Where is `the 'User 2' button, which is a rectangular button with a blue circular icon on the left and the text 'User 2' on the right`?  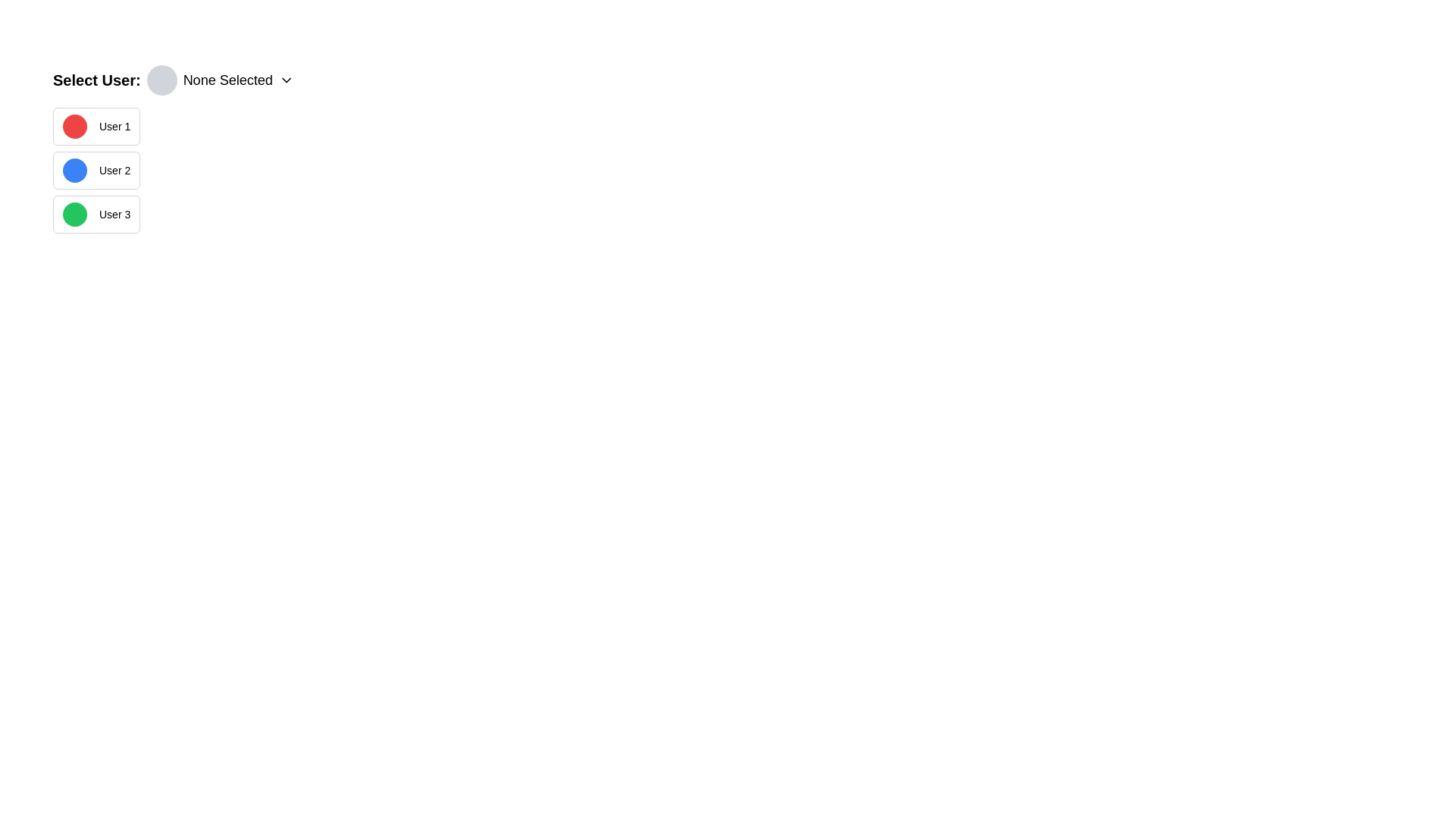
the 'User 2' button, which is a rectangular button with a blue circular icon on the left and the text 'User 2' on the right is located at coordinates (96, 170).